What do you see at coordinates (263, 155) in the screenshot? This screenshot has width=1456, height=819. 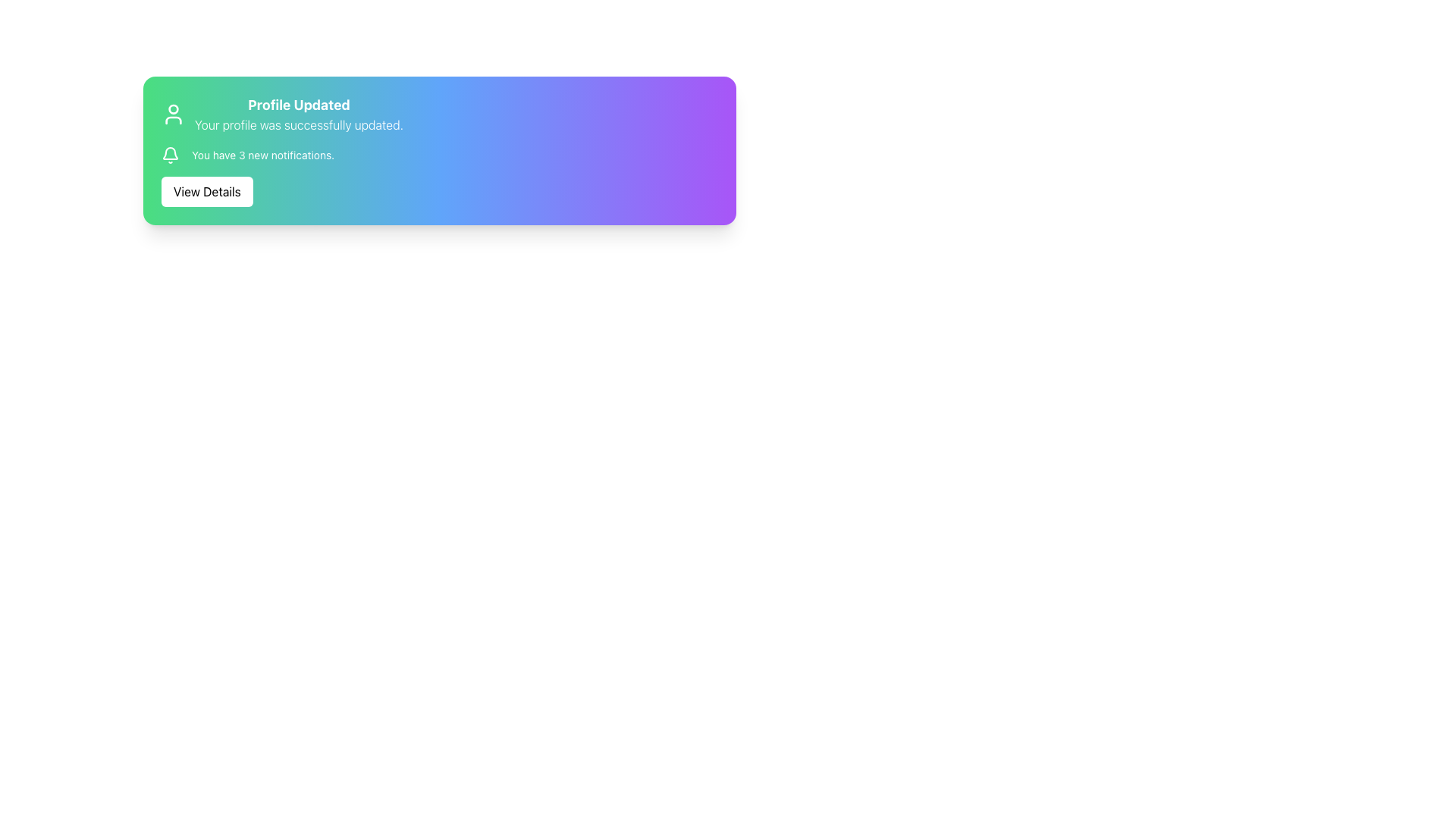 I see `the text label displaying 'You have 3 new notifications.' located to the right of the bell icon` at bounding box center [263, 155].